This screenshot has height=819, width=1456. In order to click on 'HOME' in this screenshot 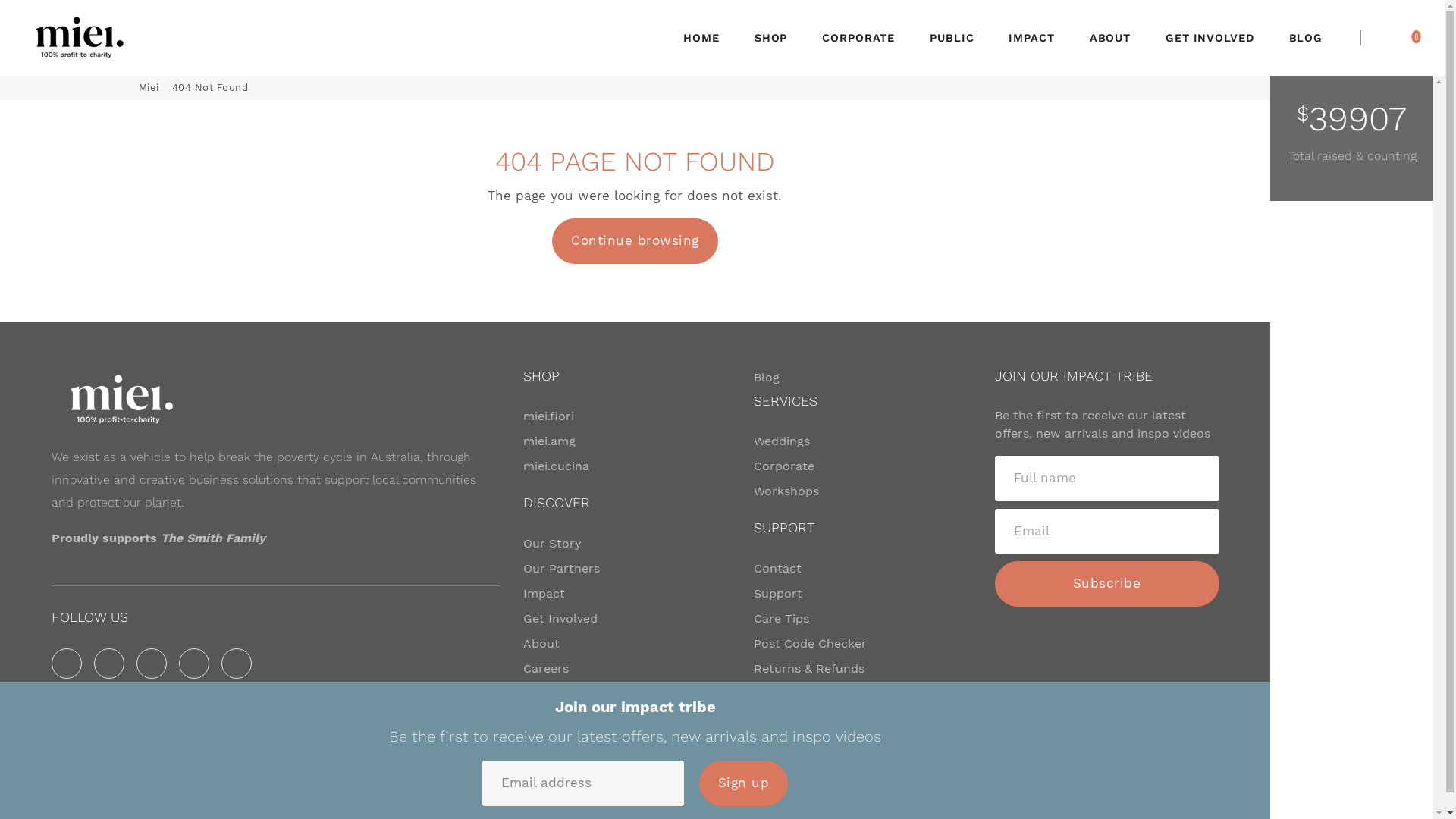, I will do `click(701, 37)`.